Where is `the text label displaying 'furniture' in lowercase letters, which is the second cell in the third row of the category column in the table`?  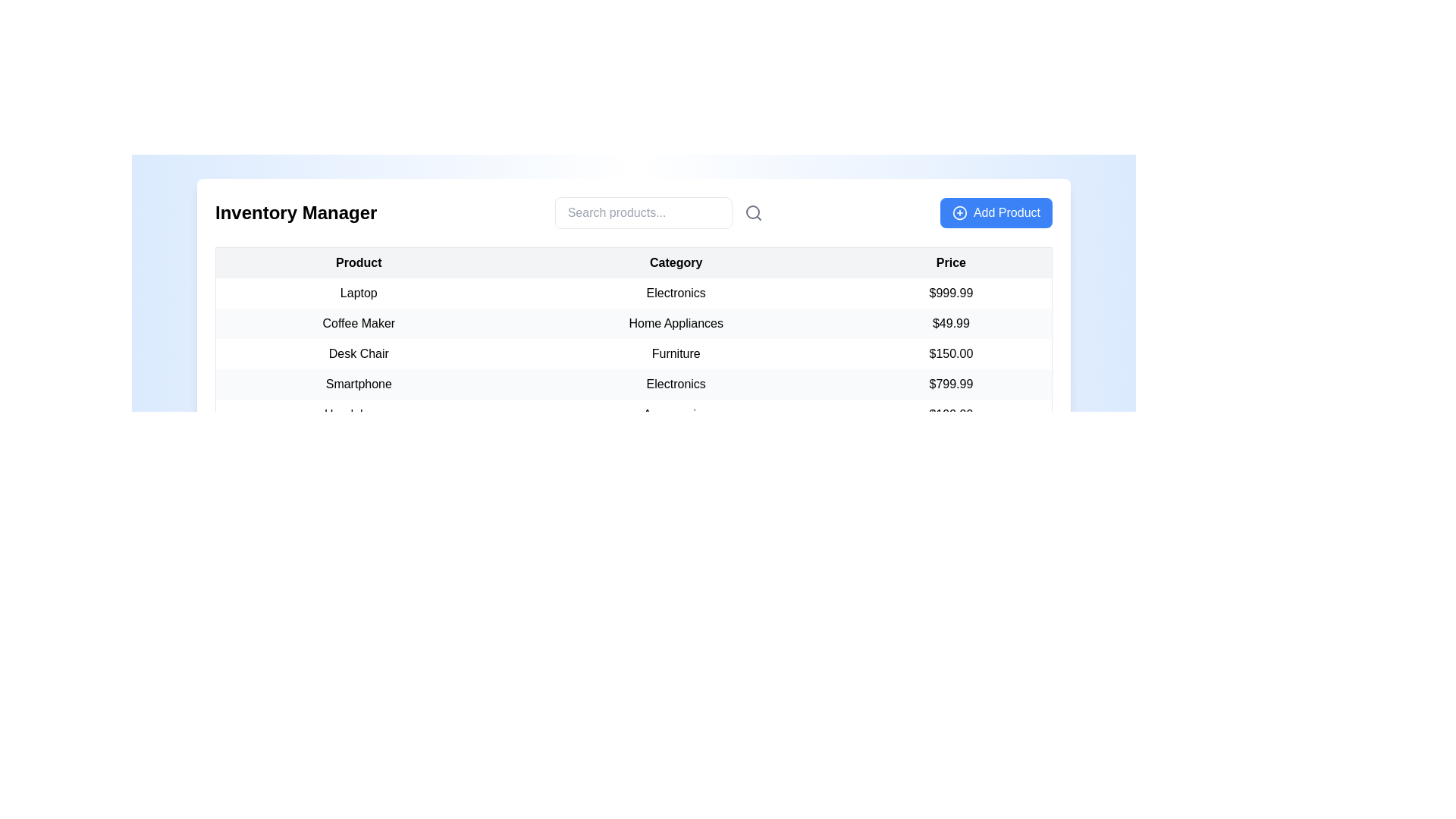
the text label displaying 'furniture' in lowercase letters, which is the second cell in the third row of the category column in the table is located at coordinates (675, 353).